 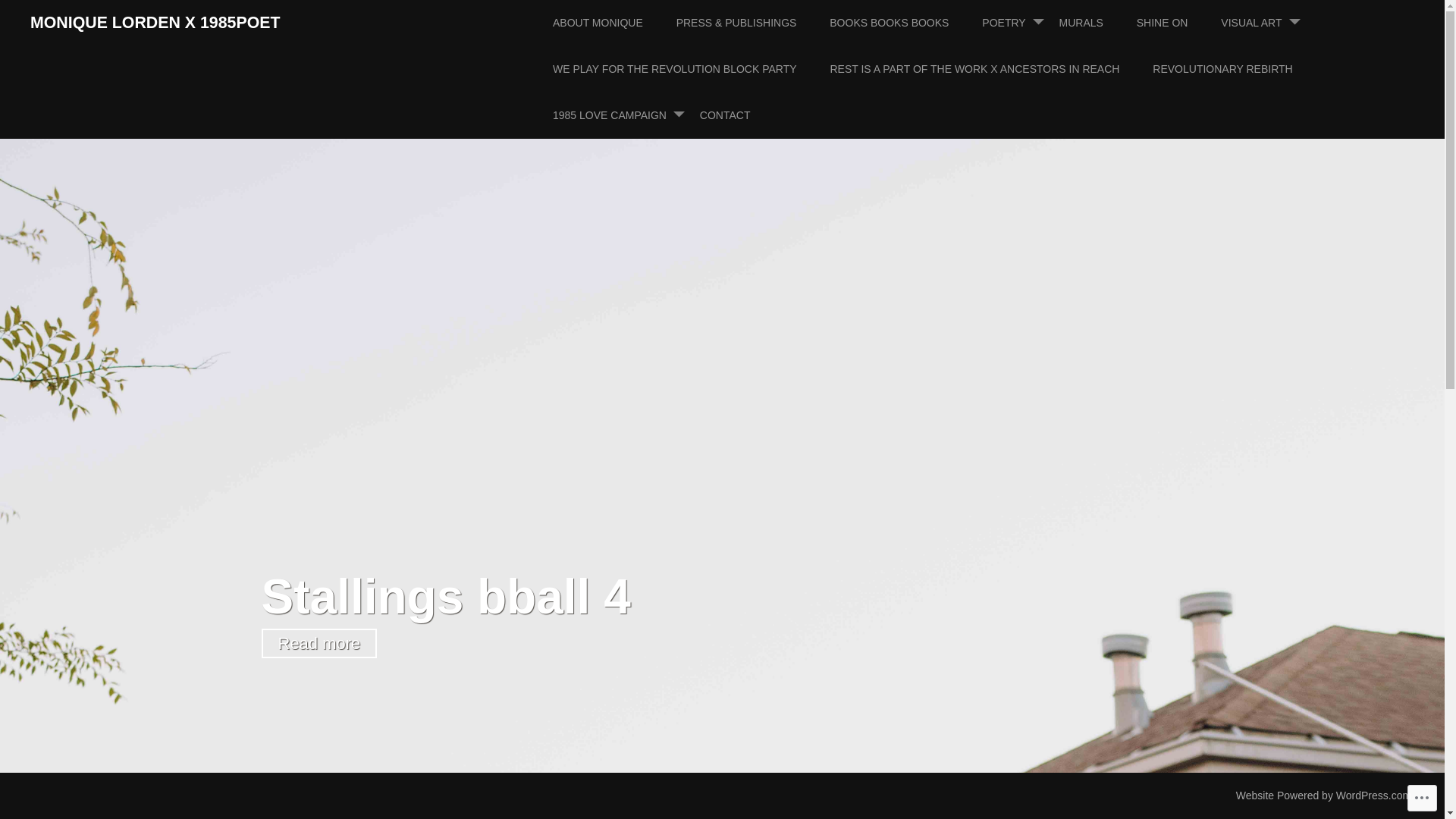 What do you see at coordinates (625, 115) in the screenshot?
I see `'1985 LOVE CAMPAIGN'` at bounding box center [625, 115].